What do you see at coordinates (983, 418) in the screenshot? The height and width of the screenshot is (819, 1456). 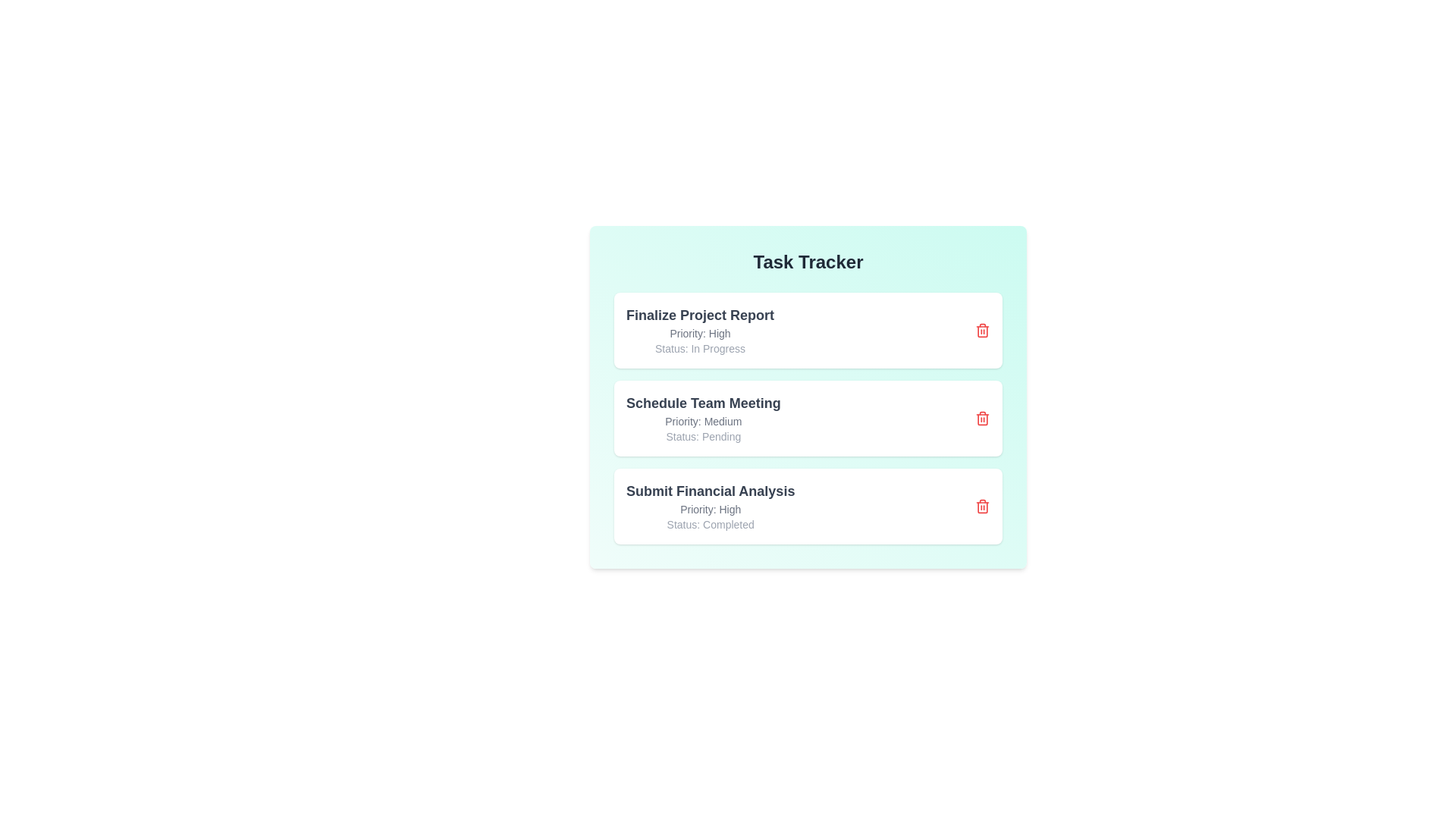 I see `delete button for the task titled 'Schedule Team Meeting'` at bounding box center [983, 418].